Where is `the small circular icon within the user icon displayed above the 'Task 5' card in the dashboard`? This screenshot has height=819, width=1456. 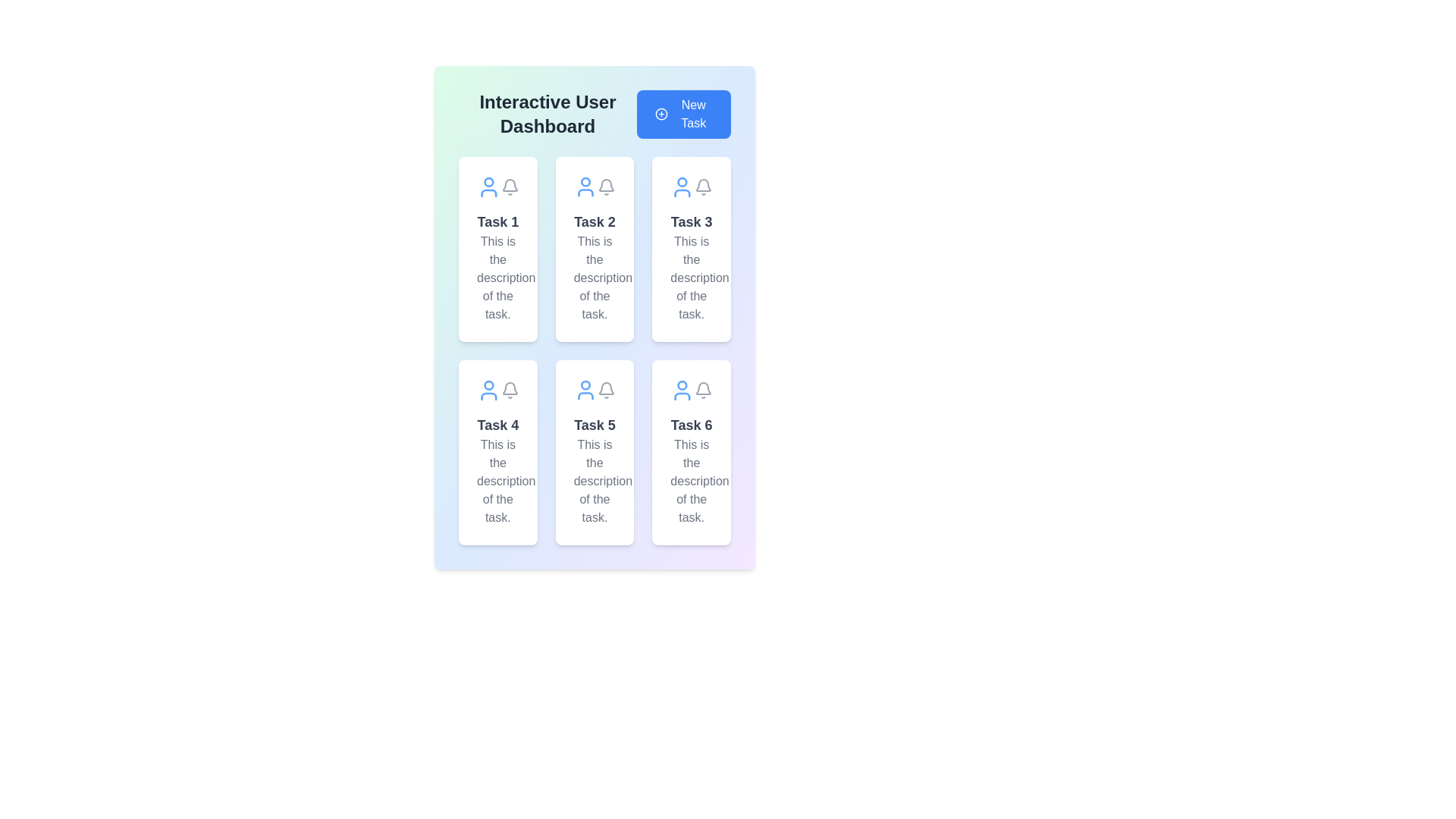 the small circular icon within the user icon displayed above the 'Task 5' card in the dashboard is located at coordinates (585, 384).